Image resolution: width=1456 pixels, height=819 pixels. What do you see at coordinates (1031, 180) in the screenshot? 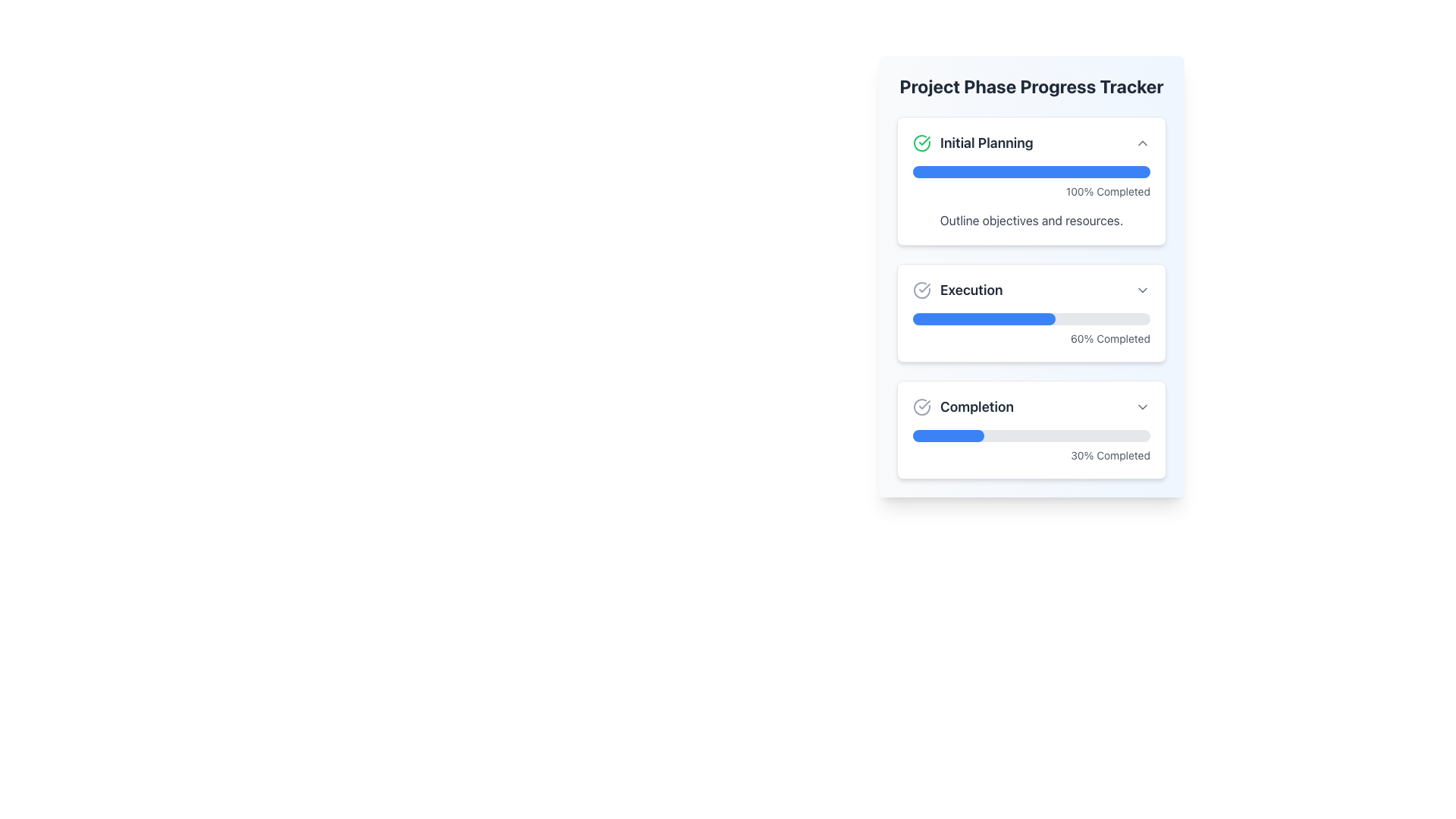
I see `the Informative Panel titled 'Initial Planning' to visualize the progress indicated by the blue progress bar showing '100% Completed'` at bounding box center [1031, 180].